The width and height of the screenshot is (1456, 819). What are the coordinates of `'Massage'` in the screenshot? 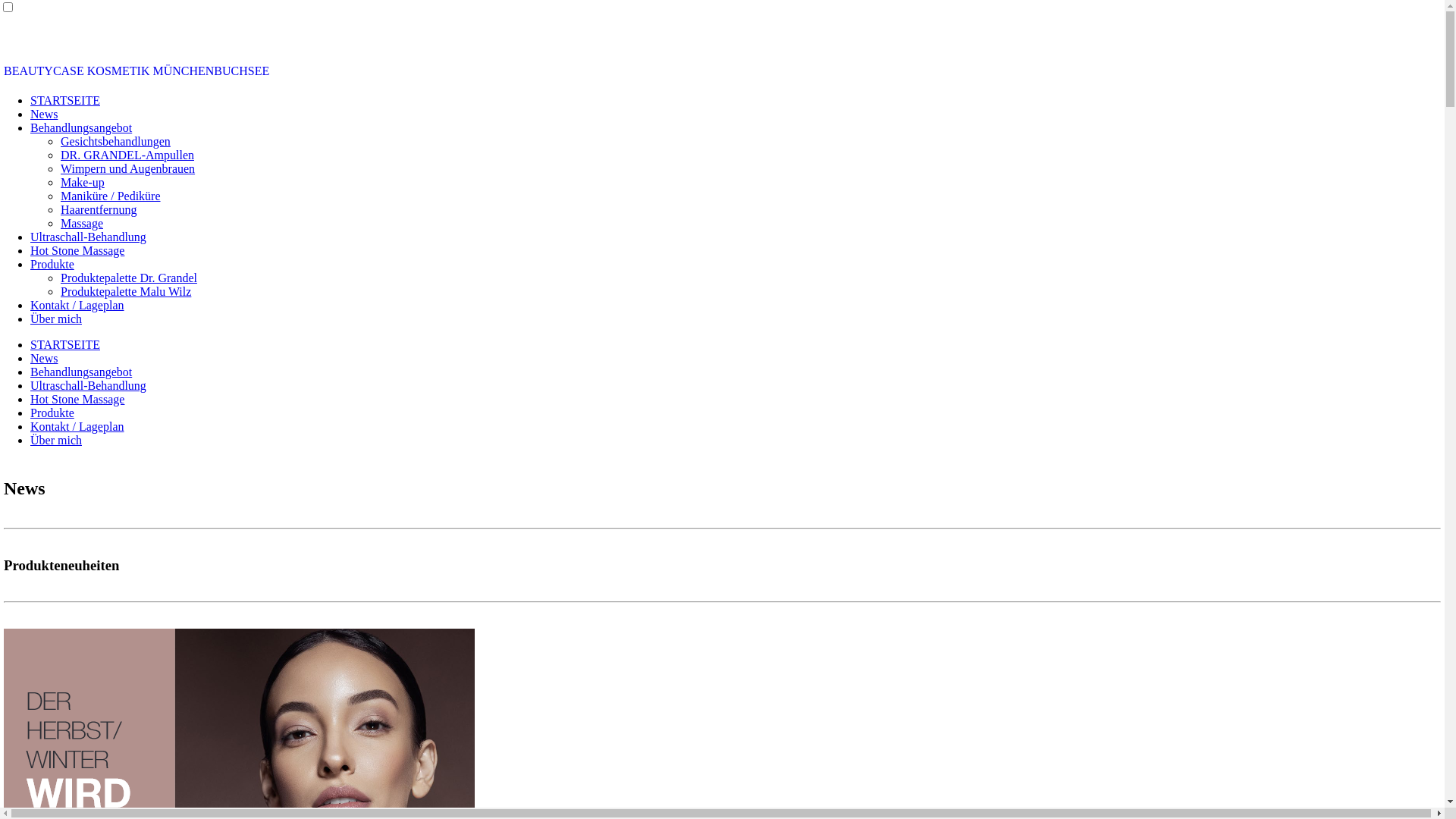 It's located at (80, 223).